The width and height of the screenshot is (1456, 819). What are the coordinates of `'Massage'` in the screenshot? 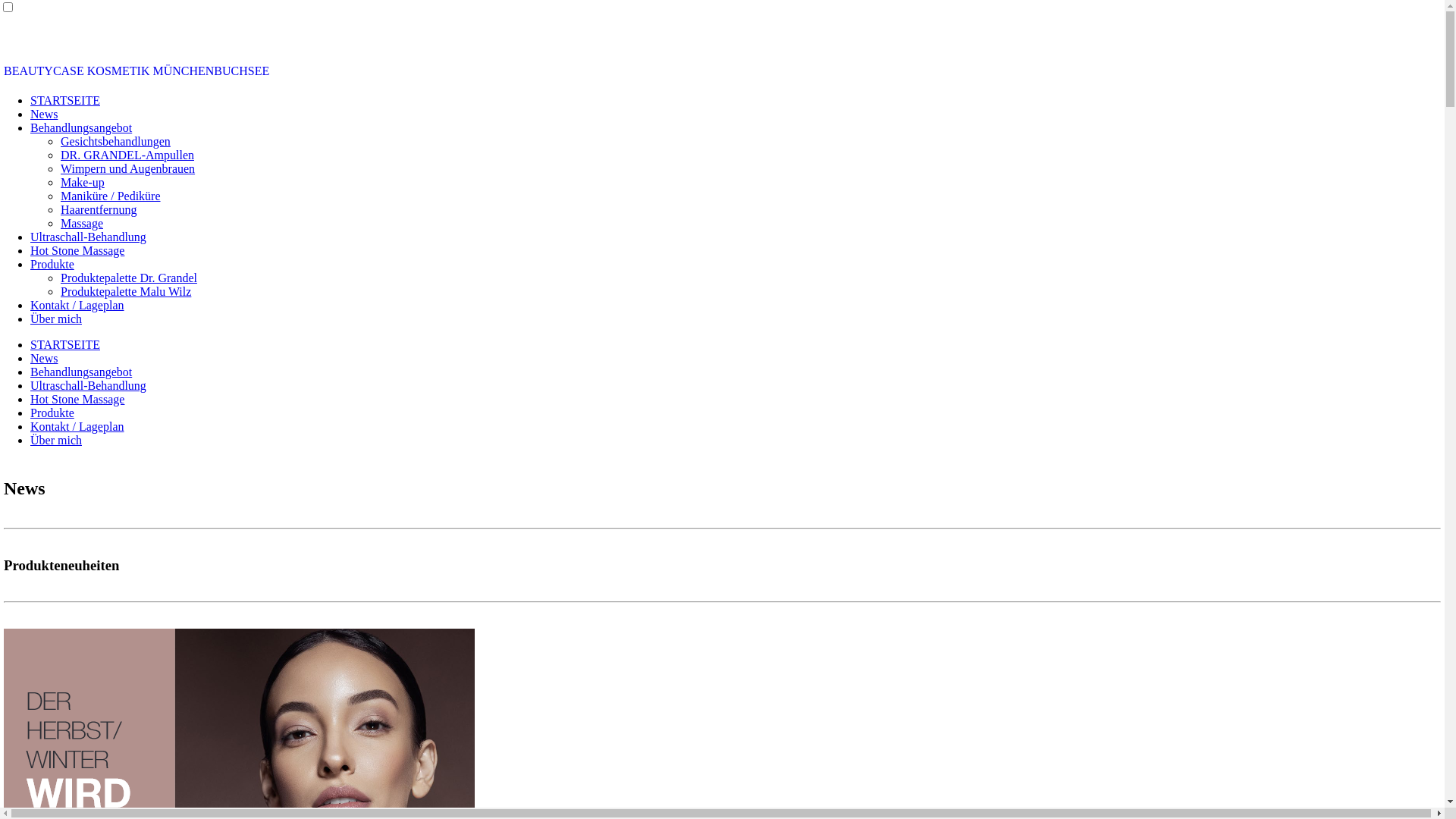 It's located at (80, 223).